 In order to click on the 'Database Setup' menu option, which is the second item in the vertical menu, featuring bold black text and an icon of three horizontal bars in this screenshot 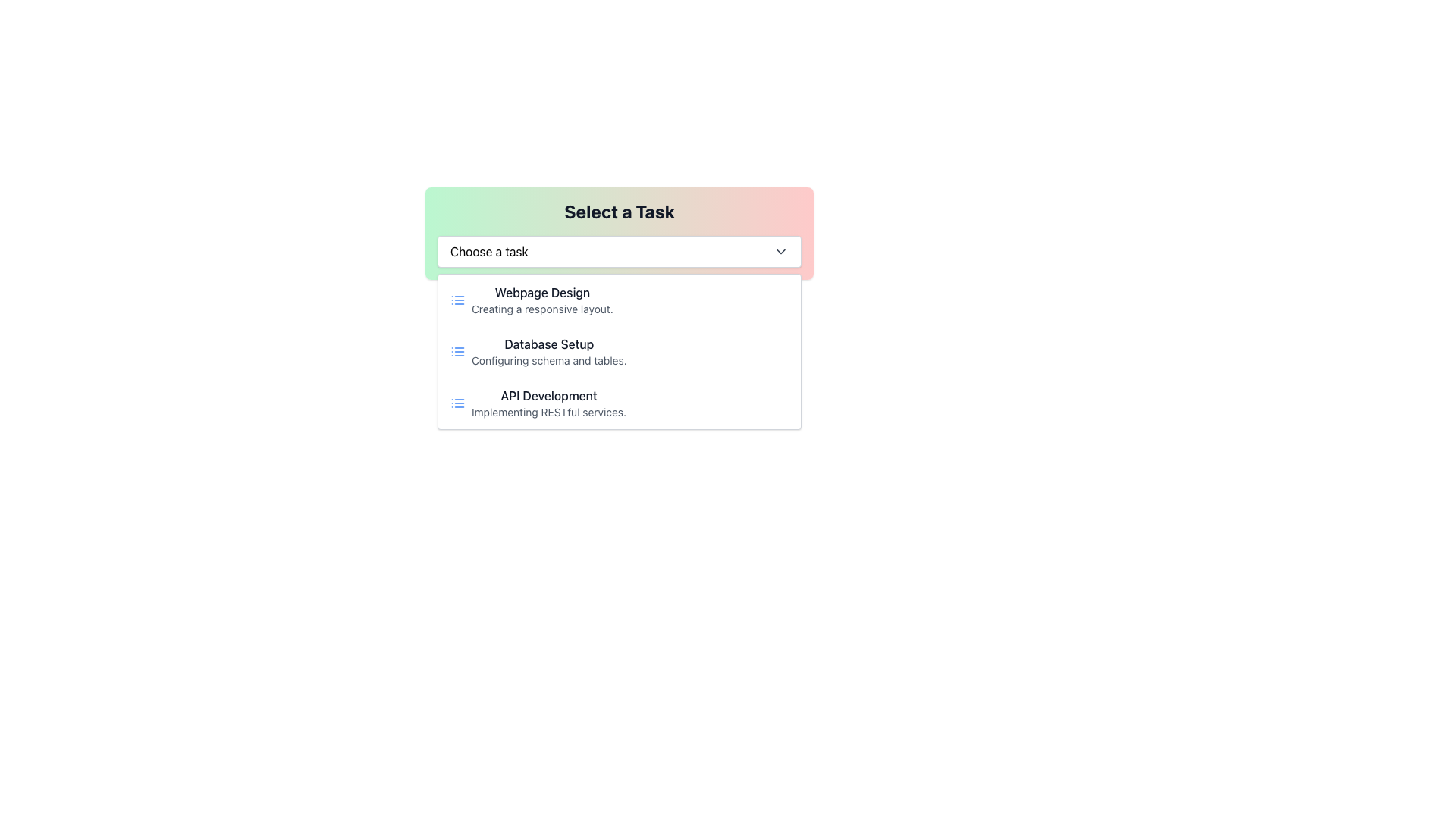, I will do `click(619, 351)`.